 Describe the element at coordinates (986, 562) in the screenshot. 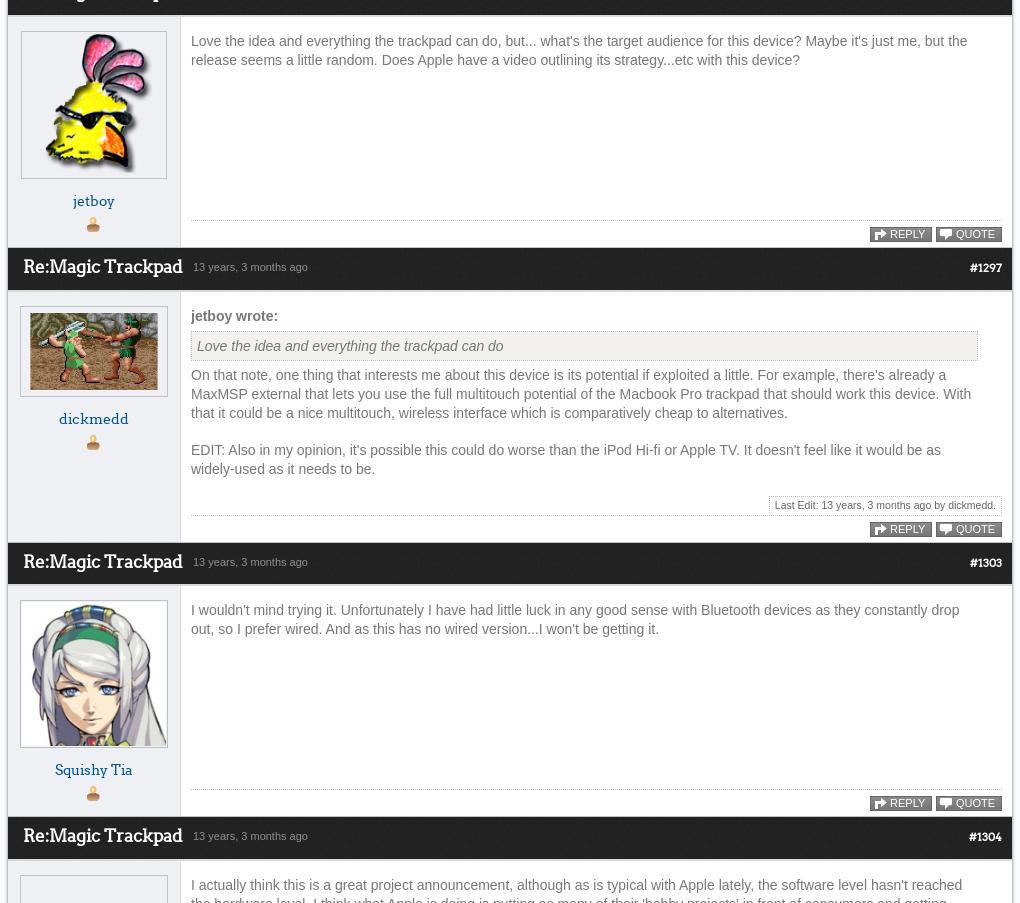

I see `'#1303'` at that location.